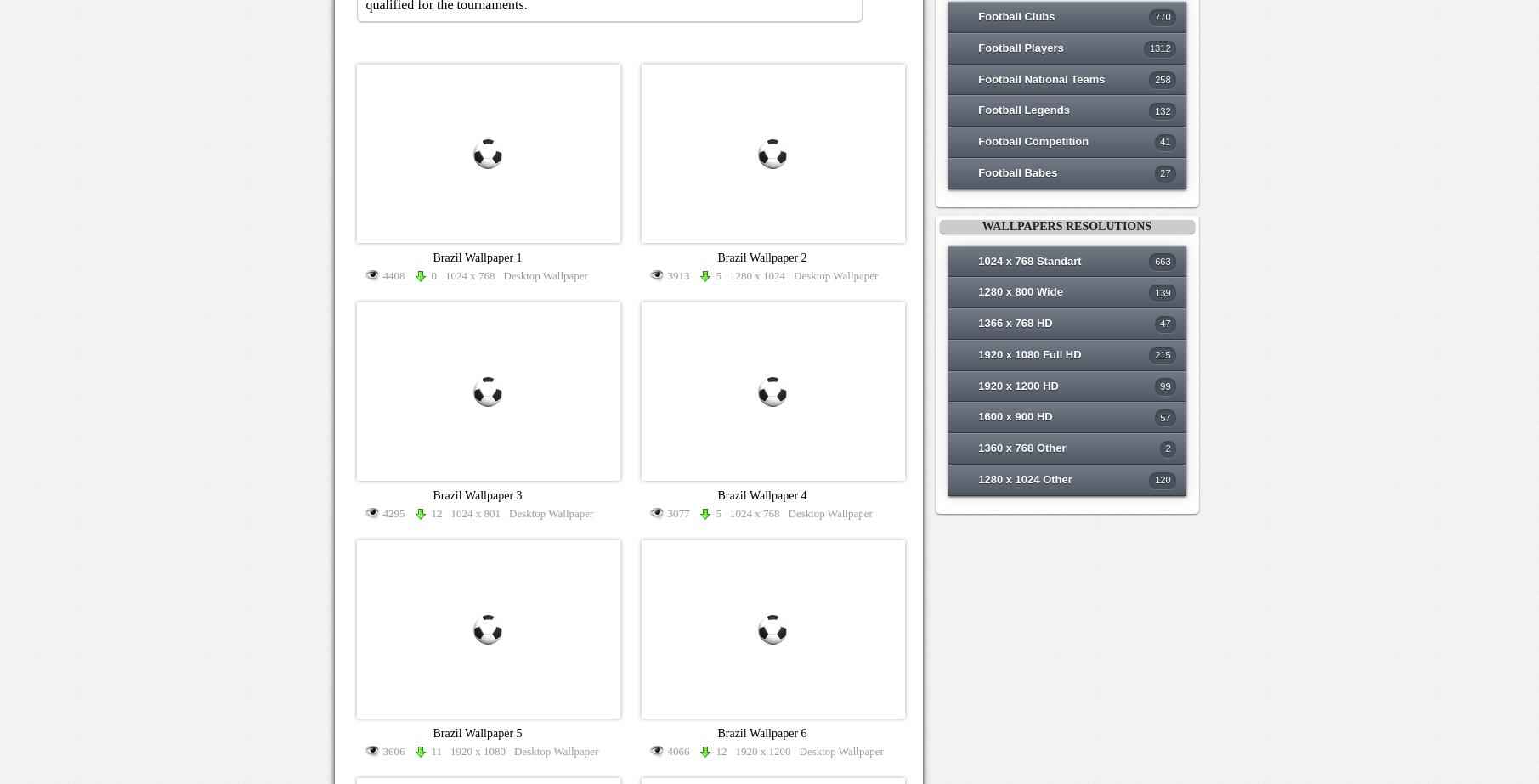 This screenshot has height=784, width=1539. What do you see at coordinates (1033, 141) in the screenshot?
I see `'Football Competition'` at bounding box center [1033, 141].